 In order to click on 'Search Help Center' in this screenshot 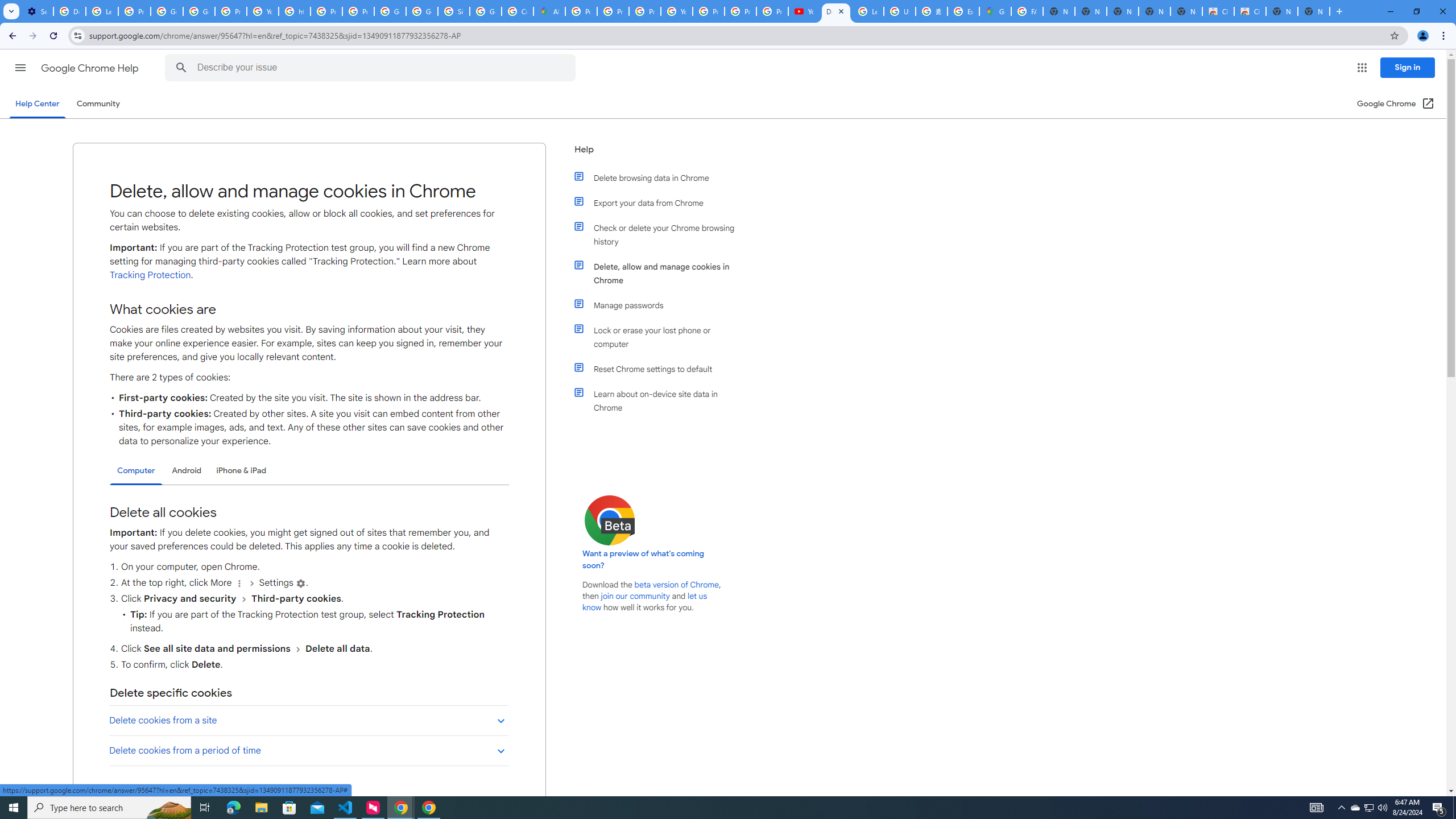, I will do `click(180, 67)`.